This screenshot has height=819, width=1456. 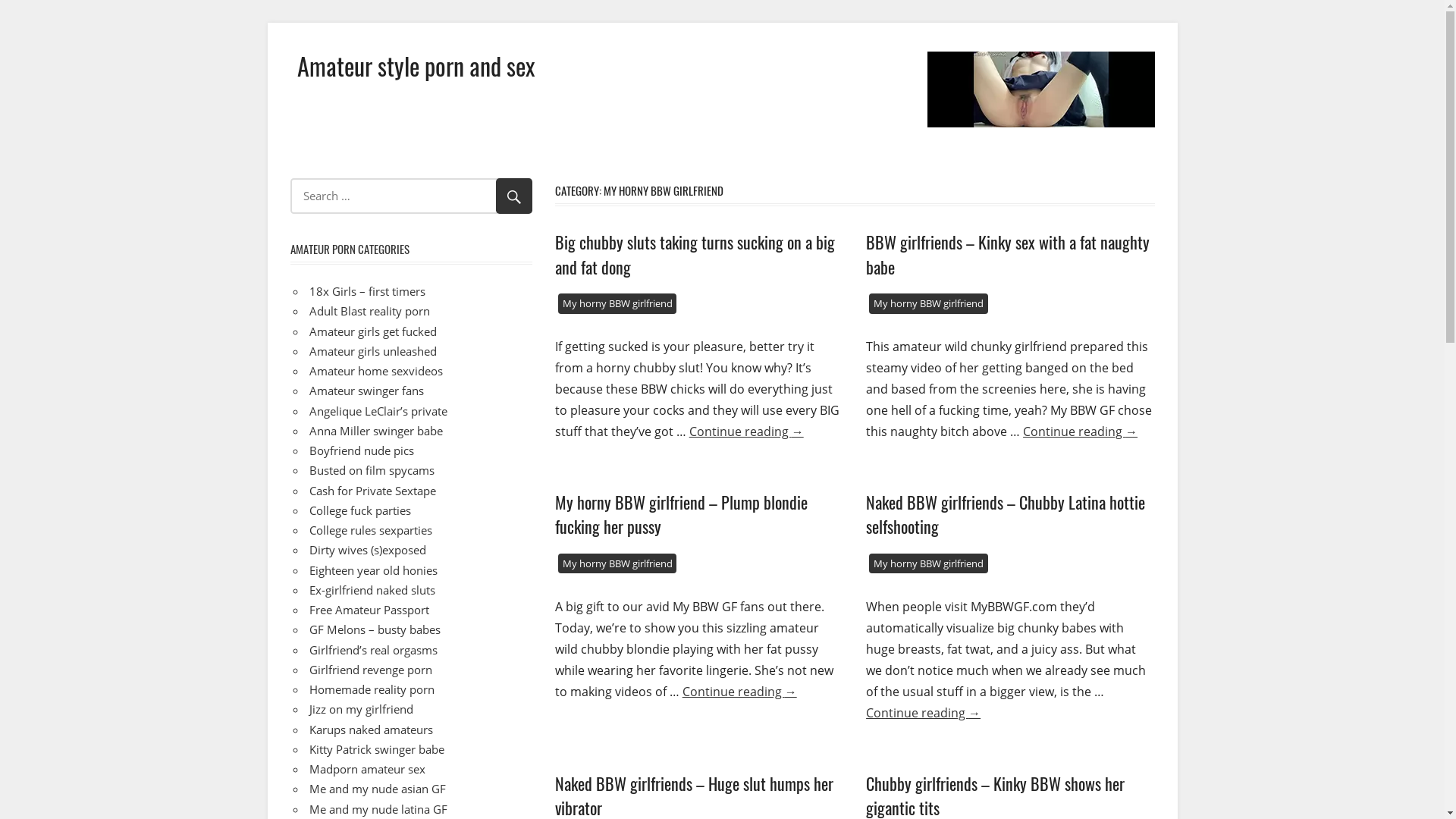 What do you see at coordinates (309, 570) in the screenshot?
I see `'Eighteen year old honies'` at bounding box center [309, 570].